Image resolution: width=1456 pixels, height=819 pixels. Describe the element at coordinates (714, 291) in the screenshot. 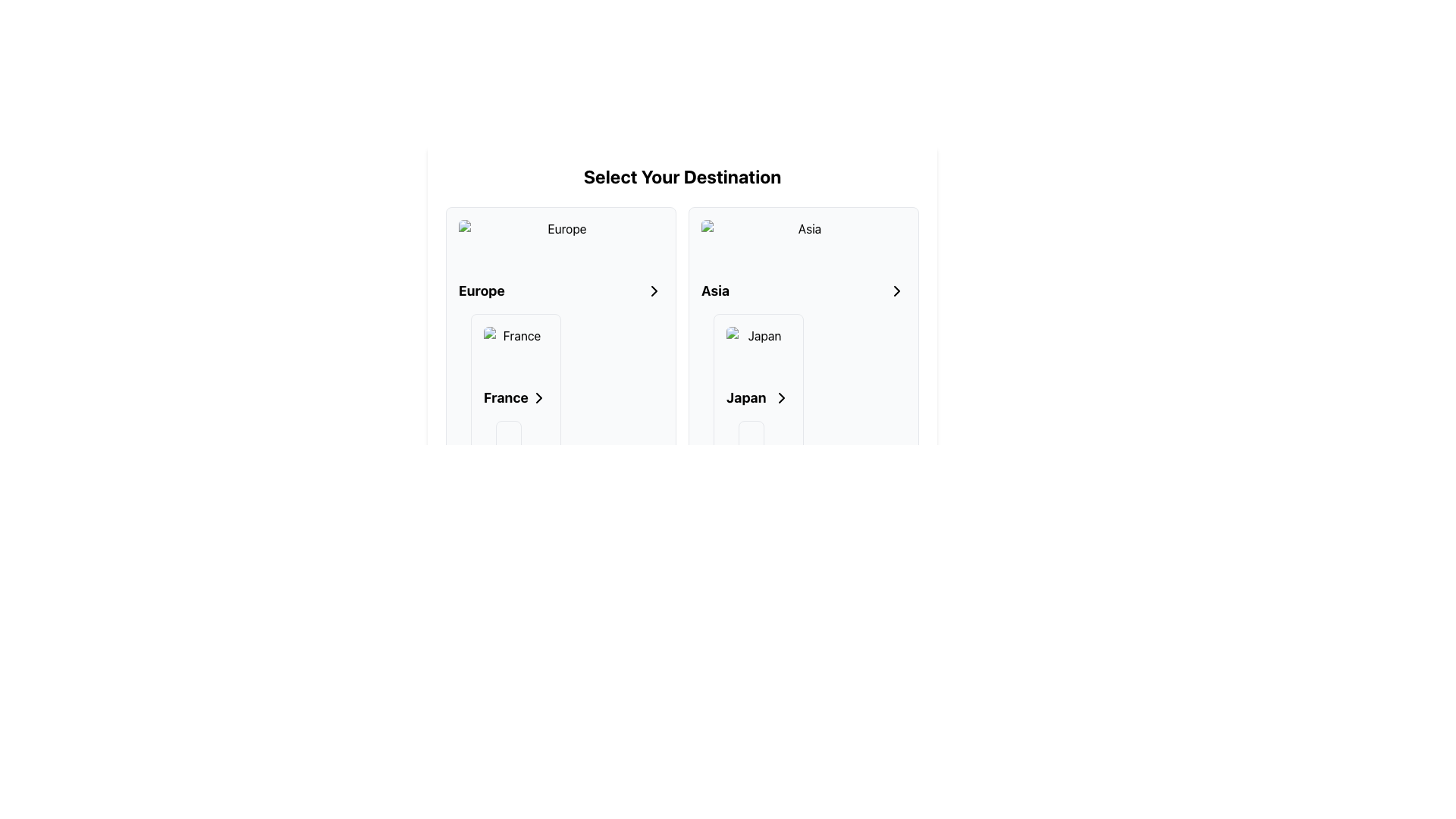

I see `the bold text label displaying 'Asia' which is located to the left of the right-pointing arrow icon within the panel labeled 'Asia.'` at that location.